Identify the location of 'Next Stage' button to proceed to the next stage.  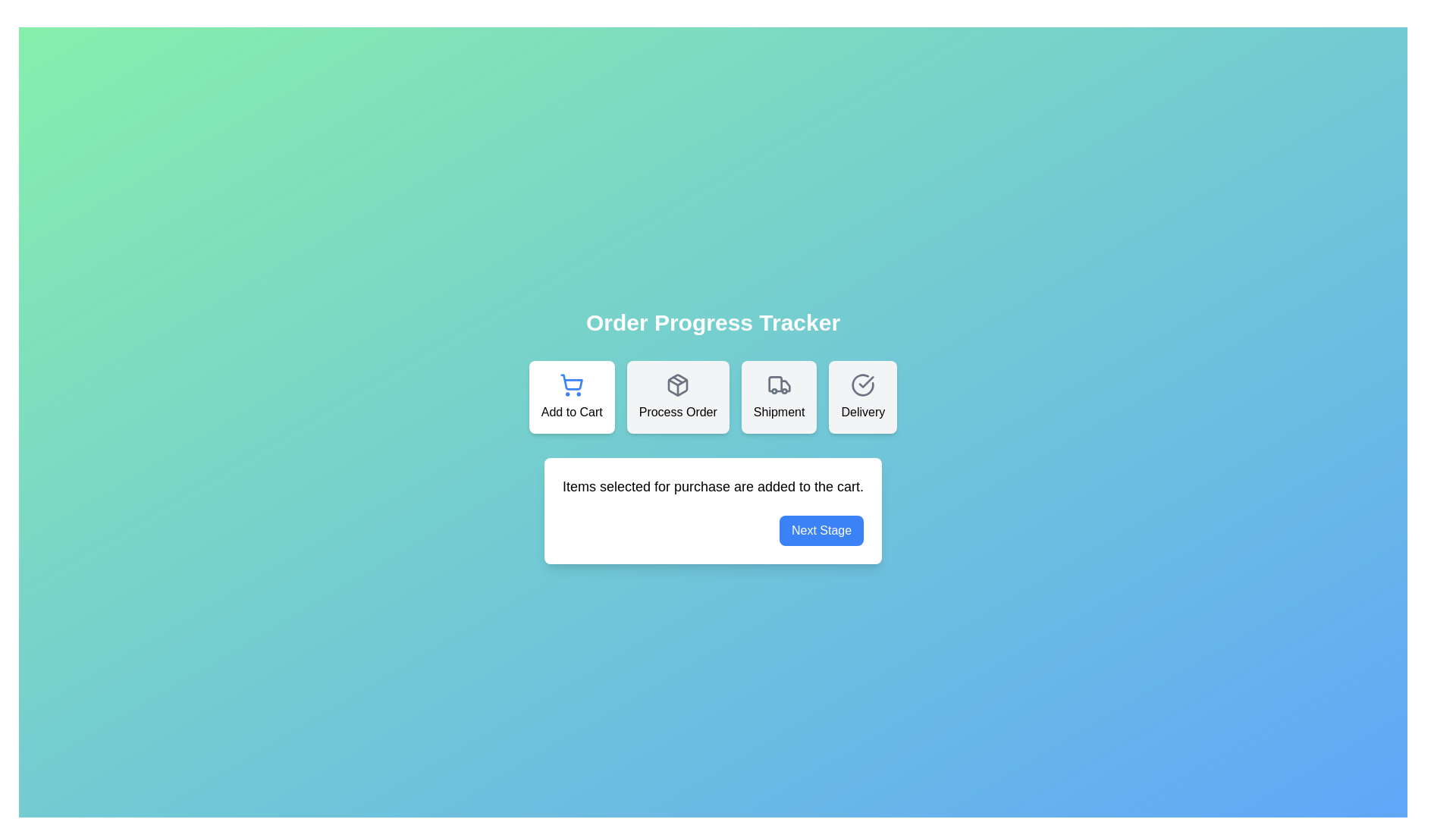
(821, 529).